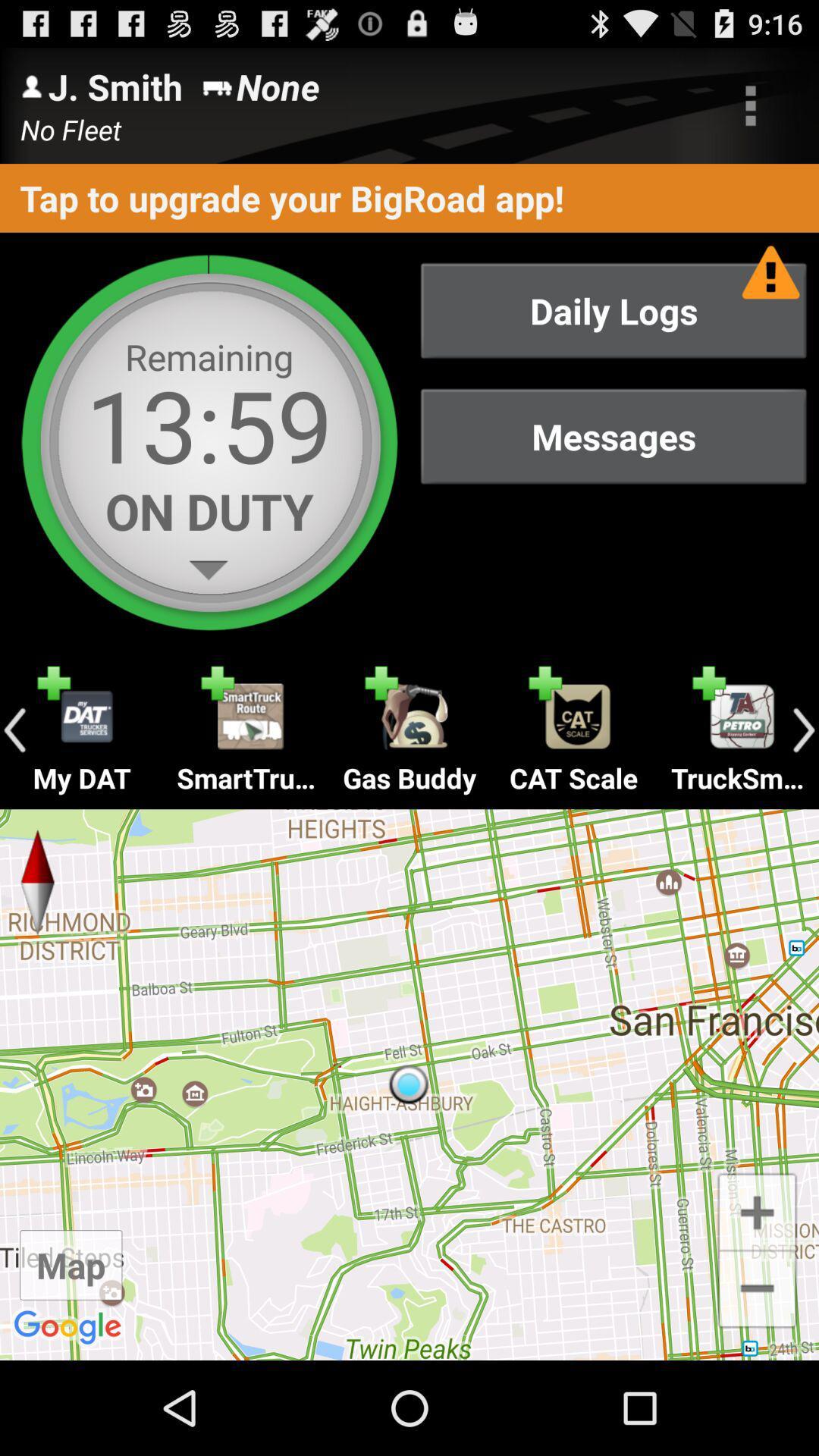 This screenshot has height=1456, width=819. I want to click on zoom in, so click(757, 1210).